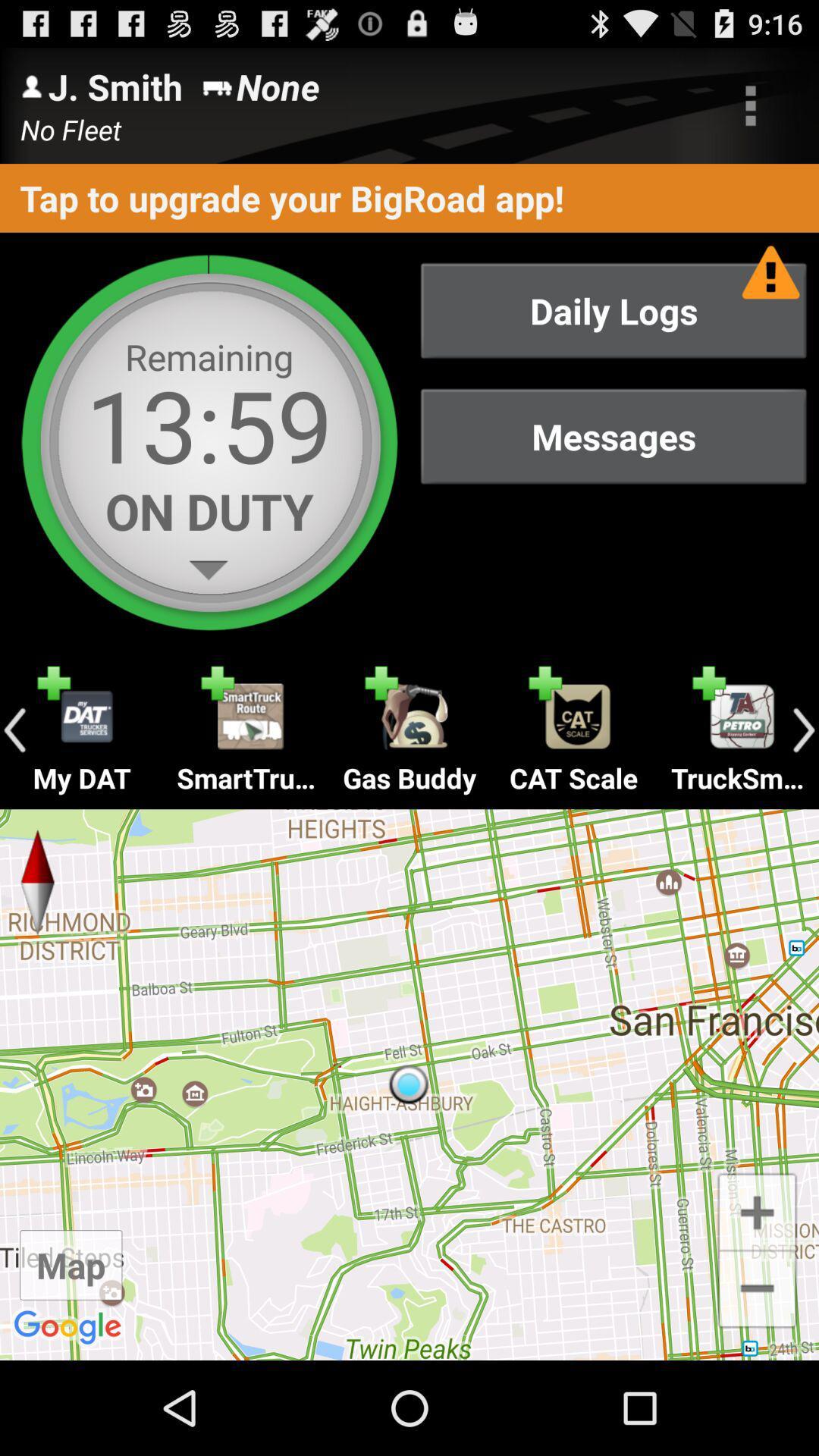 This screenshot has height=1456, width=819. I want to click on zoom in, so click(757, 1210).